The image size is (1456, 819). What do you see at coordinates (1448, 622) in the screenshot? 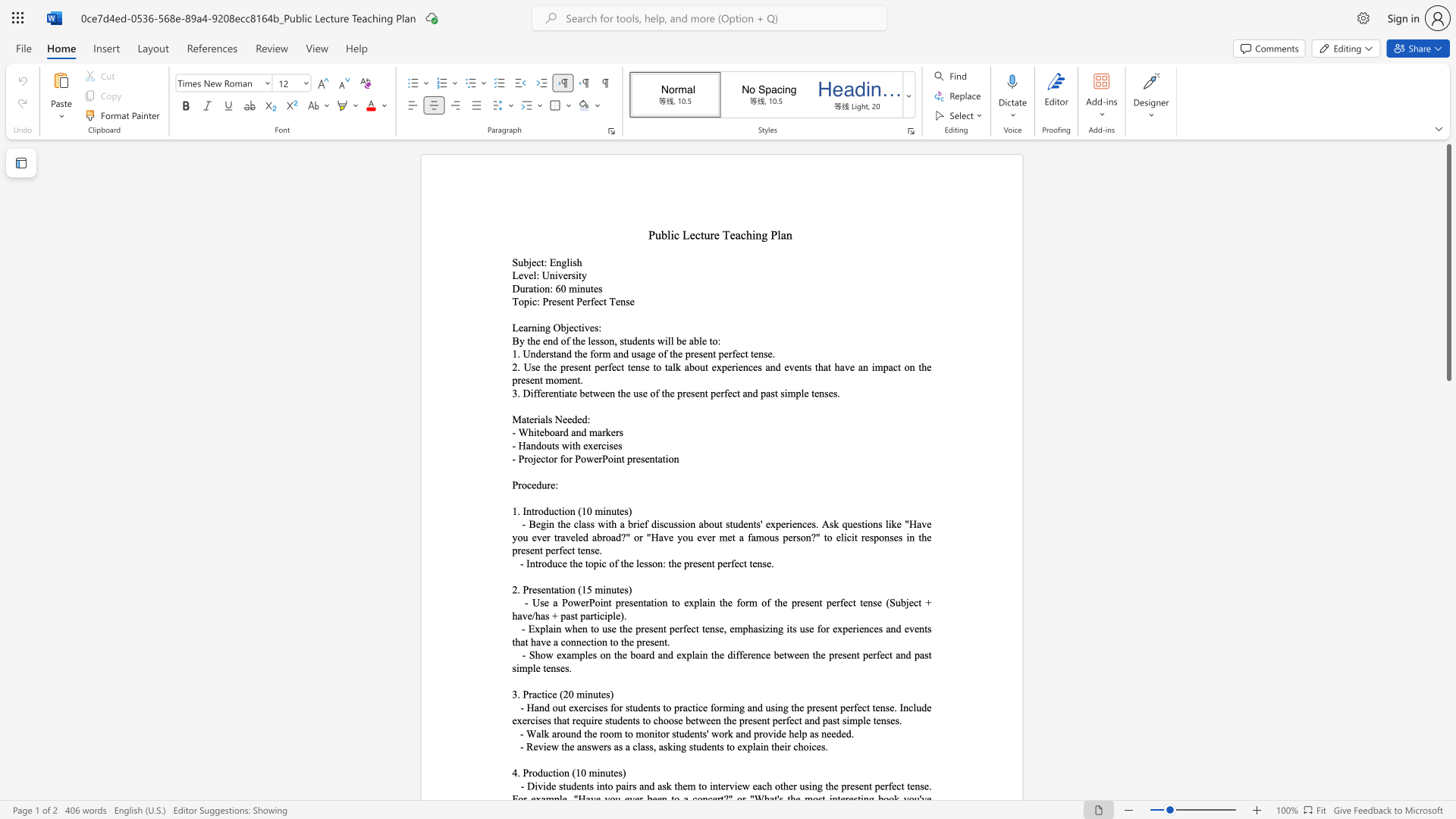
I see `the scrollbar to adjust the page downward` at bounding box center [1448, 622].